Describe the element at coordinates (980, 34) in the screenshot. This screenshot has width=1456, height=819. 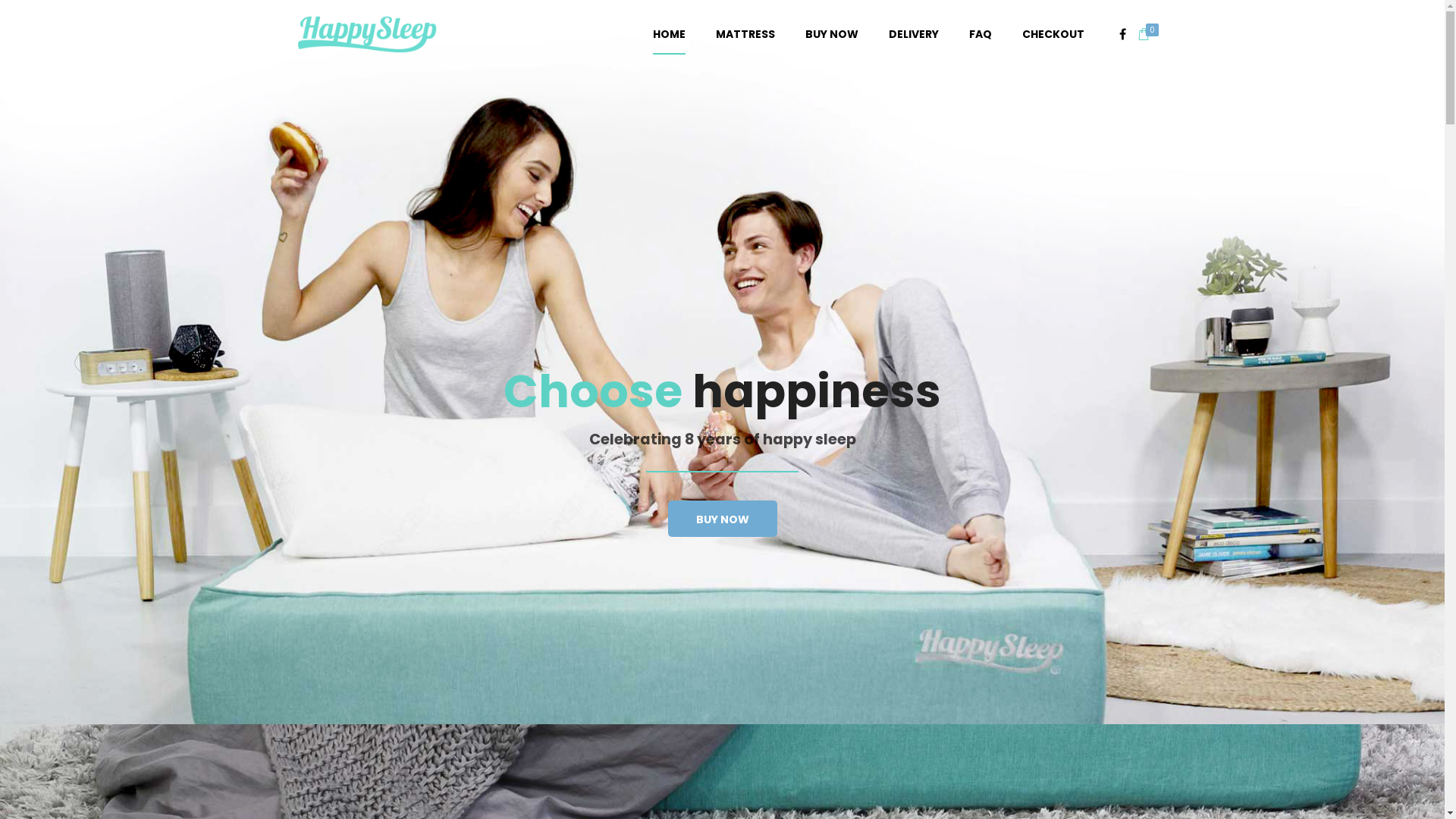
I see `'FAQ'` at that location.